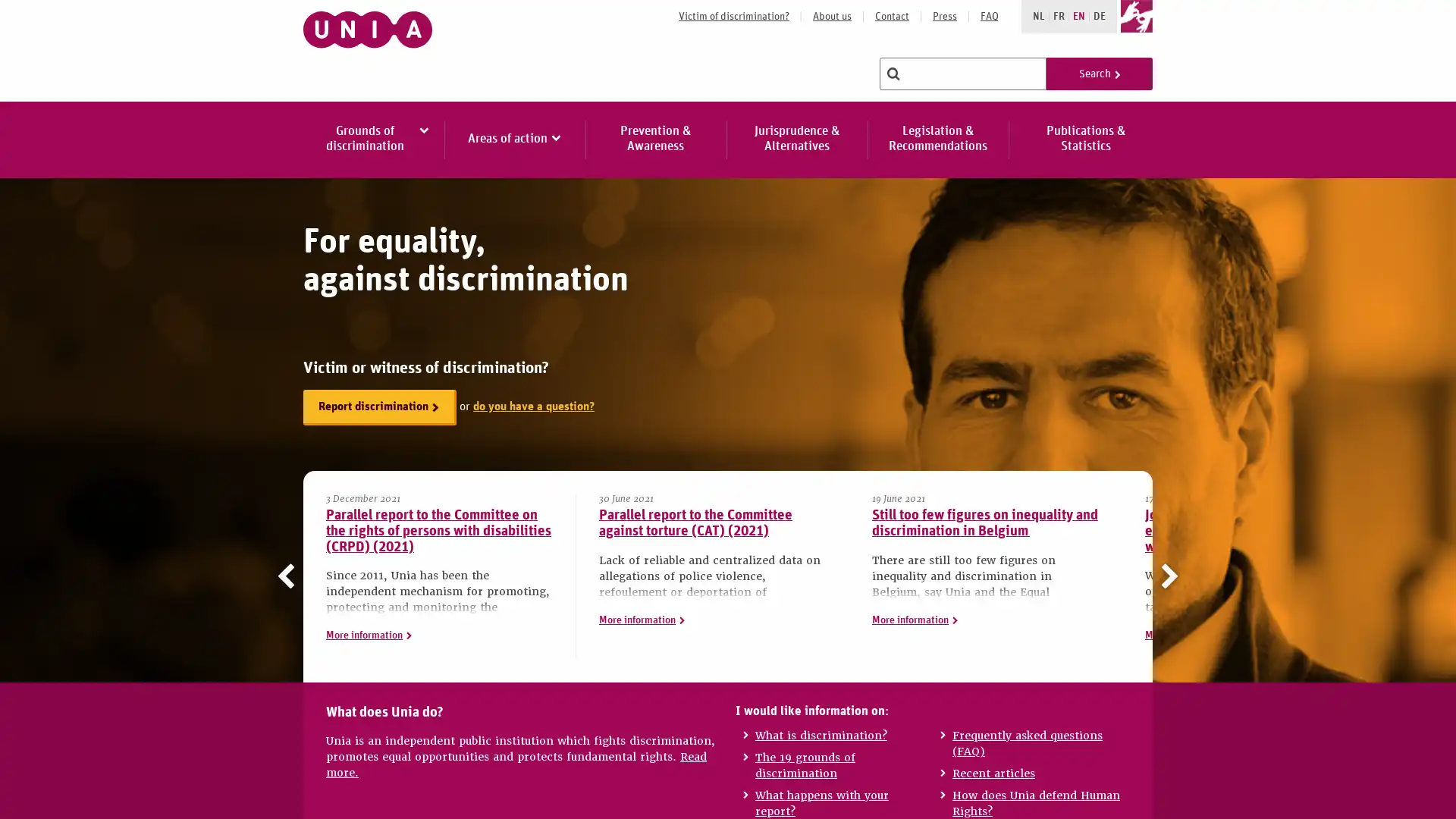  Describe the element at coordinates (1165, 576) in the screenshot. I see `Next` at that location.